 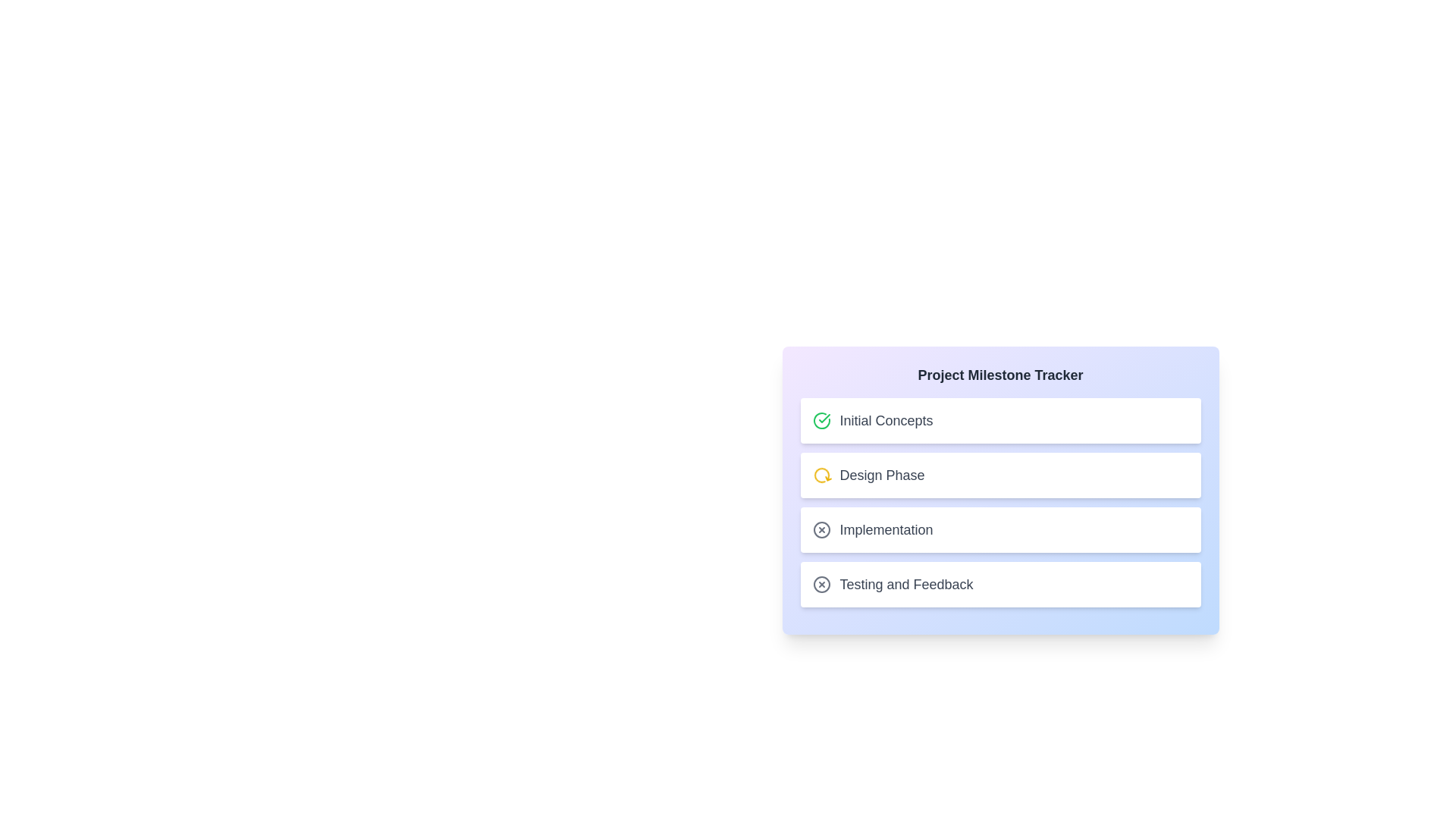 What do you see at coordinates (873, 421) in the screenshot?
I see `the 'Initial Concepts' milestone text or green check icon in the Project Milestone Tracker card, which is the first item in the vertical list` at bounding box center [873, 421].